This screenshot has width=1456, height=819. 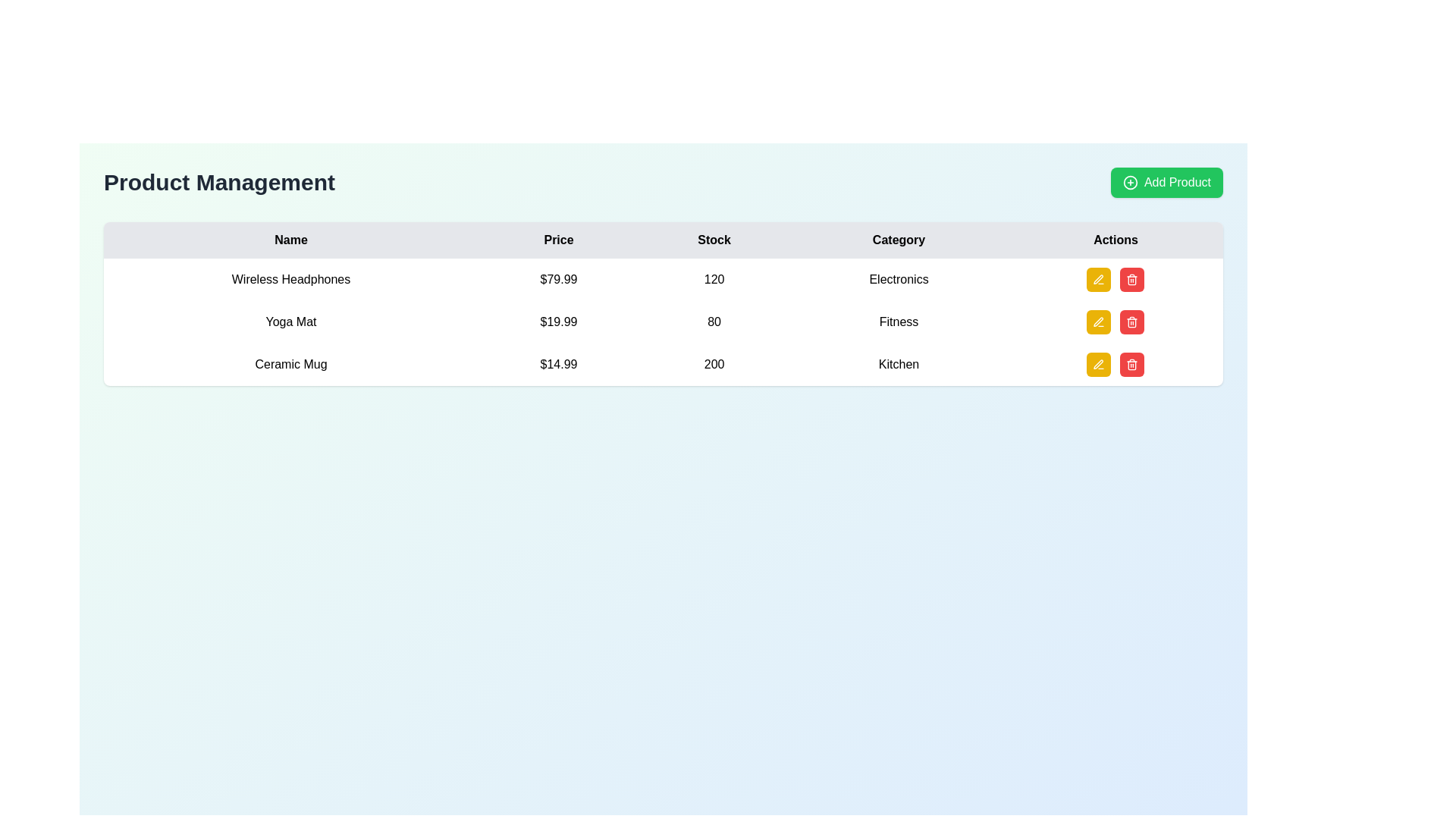 What do you see at coordinates (1116, 321) in the screenshot?
I see `the yellow edit button in the button group for the 'Yoga Mat' item` at bounding box center [1116, 321].